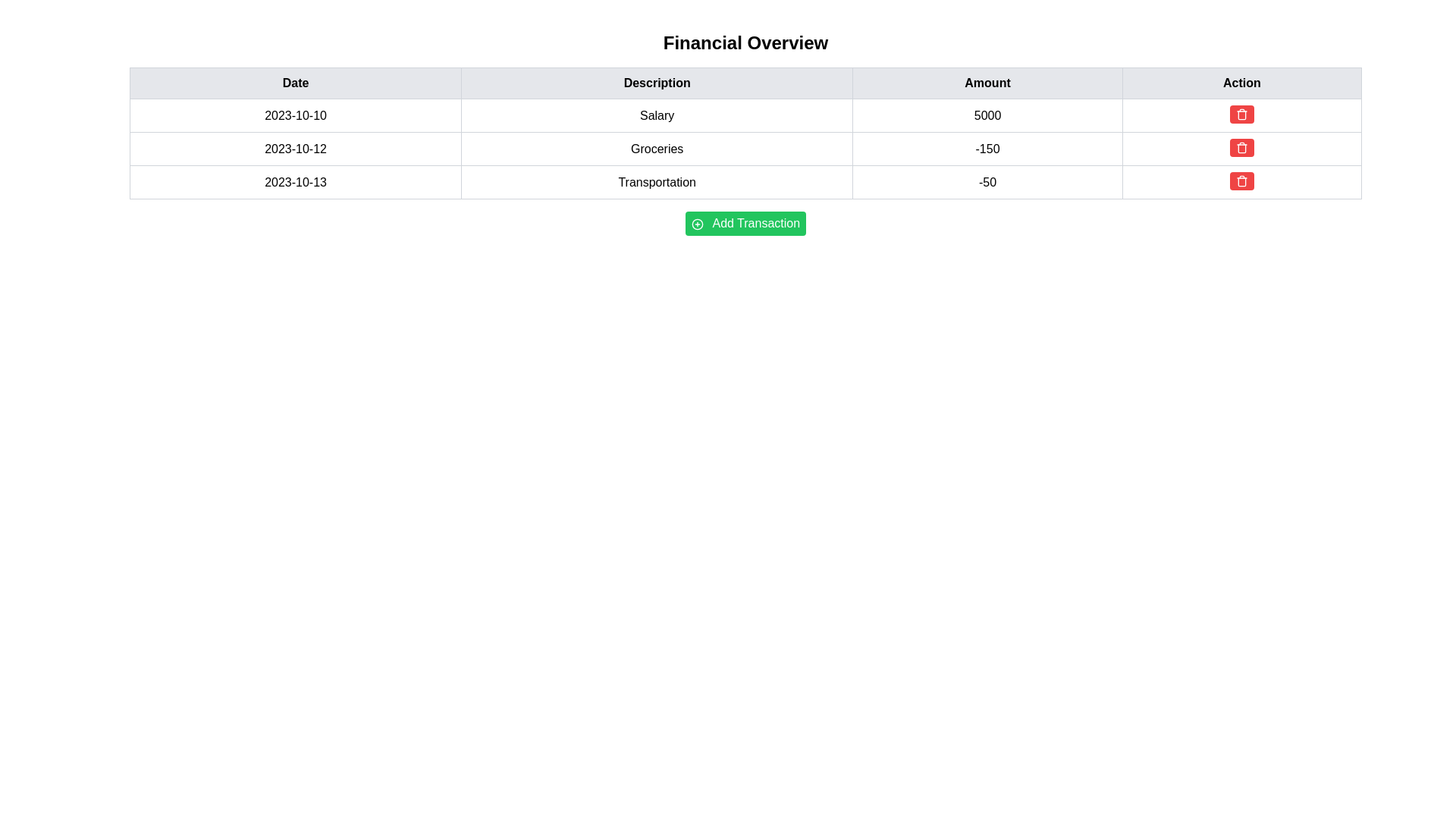  What do you see at coordinates (1241, 180) in the screenshot?
I see `the trash bin icon located inside the red button in the 'Action' column of the third row (labeled '2023-10-13')` at bounding box center [1241, 180].